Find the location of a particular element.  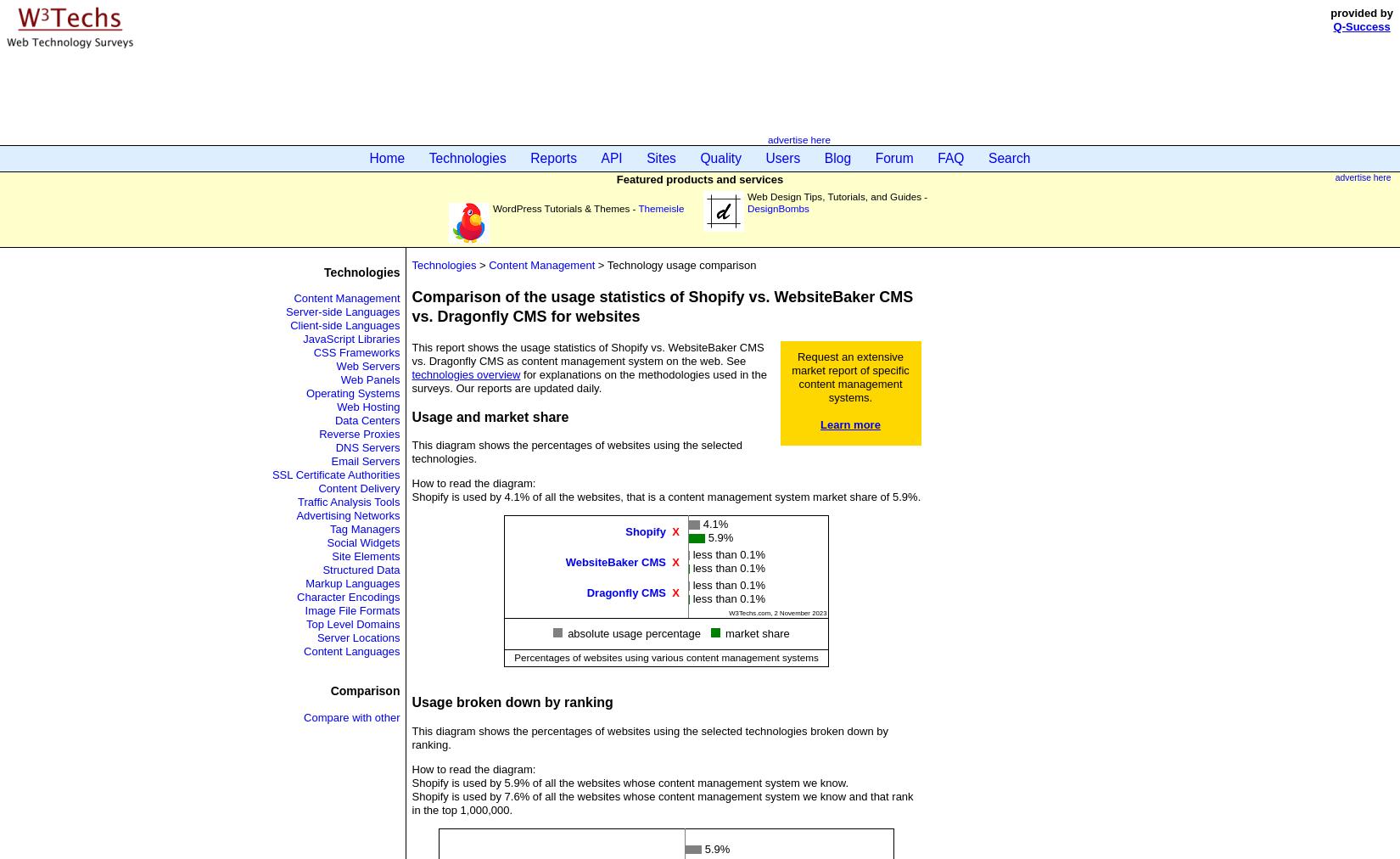

'Shopify is used by 7.6% of all the websites whose content management system we know and that rank in the top 1,000,000.' is located at coordinates (661, 802).